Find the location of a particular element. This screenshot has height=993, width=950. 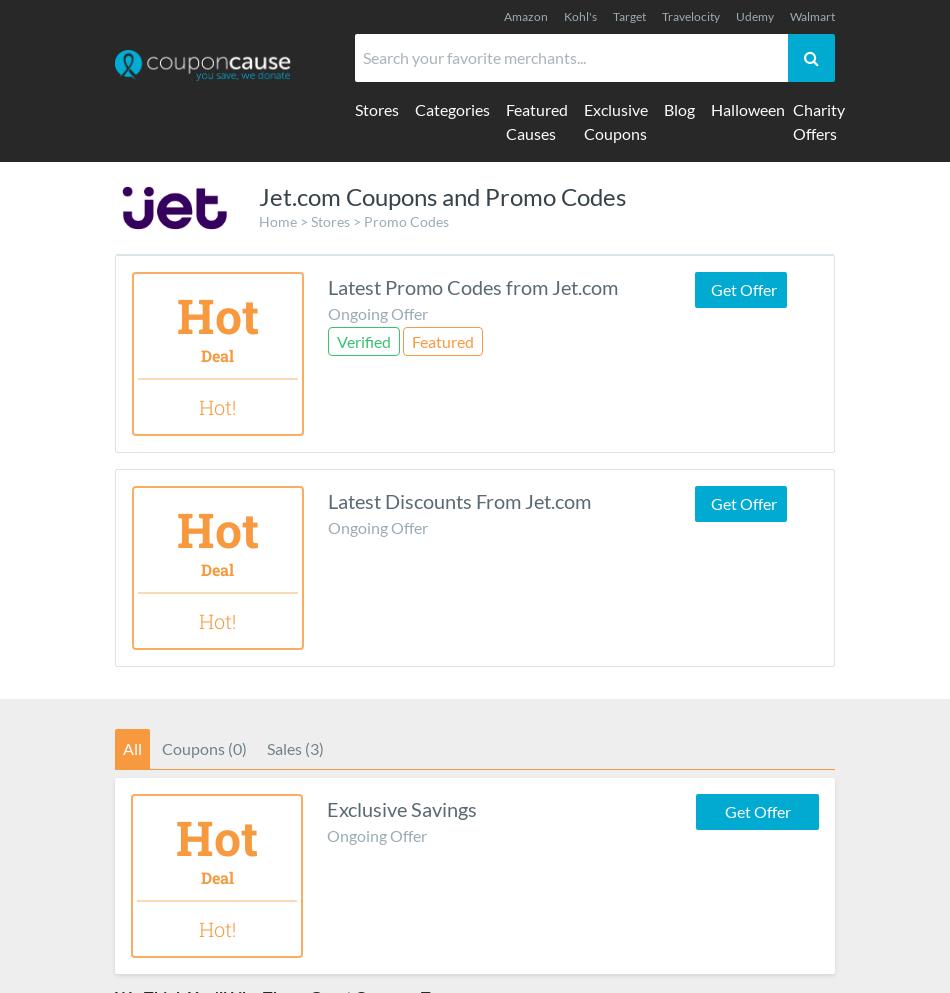

'>' is located at coordinates (303, 220).